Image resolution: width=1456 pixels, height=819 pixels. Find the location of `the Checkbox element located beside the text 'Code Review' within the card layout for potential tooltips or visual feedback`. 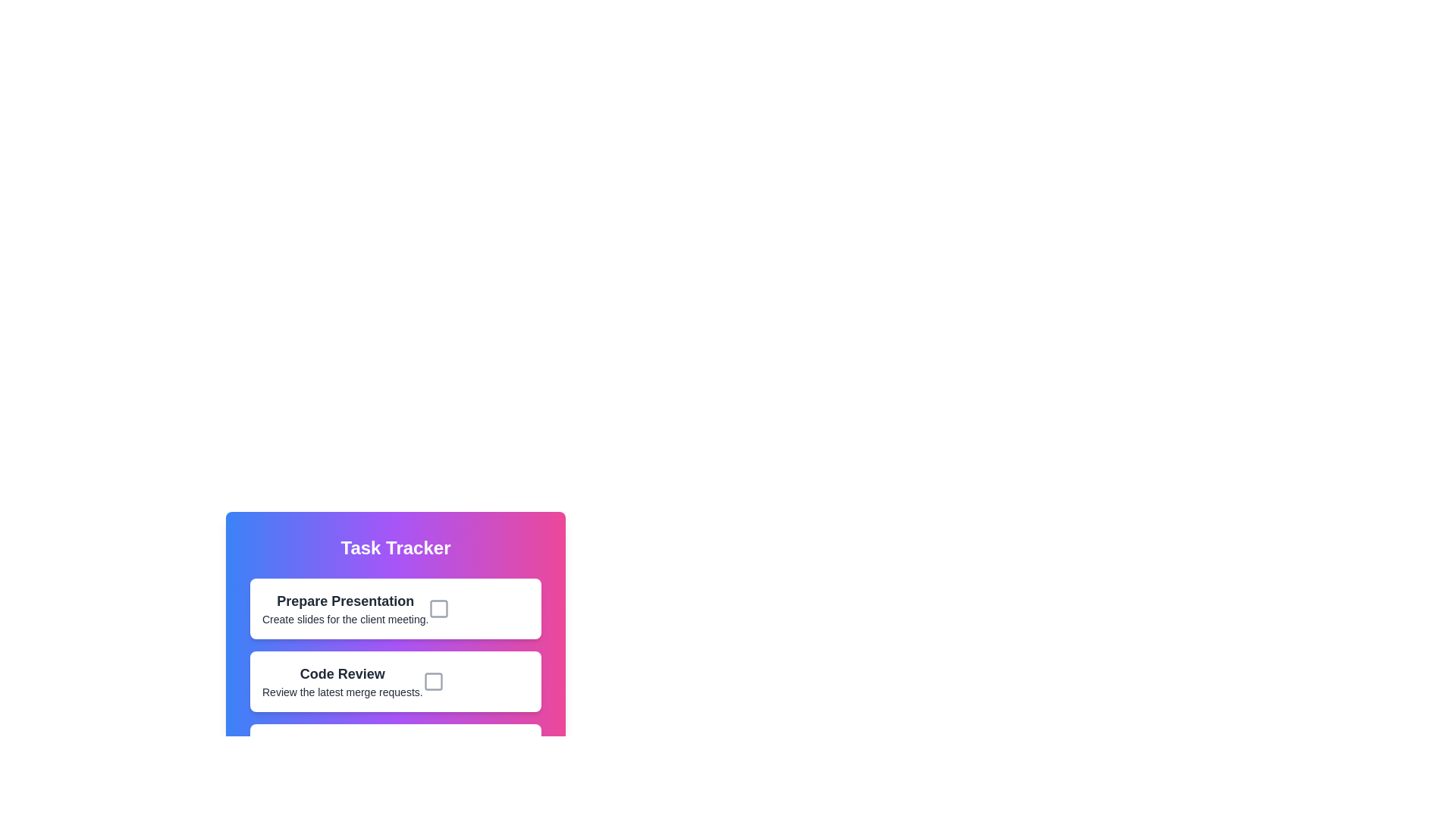

the Checkbox element located beside the text 'Code Review' within the card layout for potential tooltips or visual feedback is located at coordinates (432, 680).